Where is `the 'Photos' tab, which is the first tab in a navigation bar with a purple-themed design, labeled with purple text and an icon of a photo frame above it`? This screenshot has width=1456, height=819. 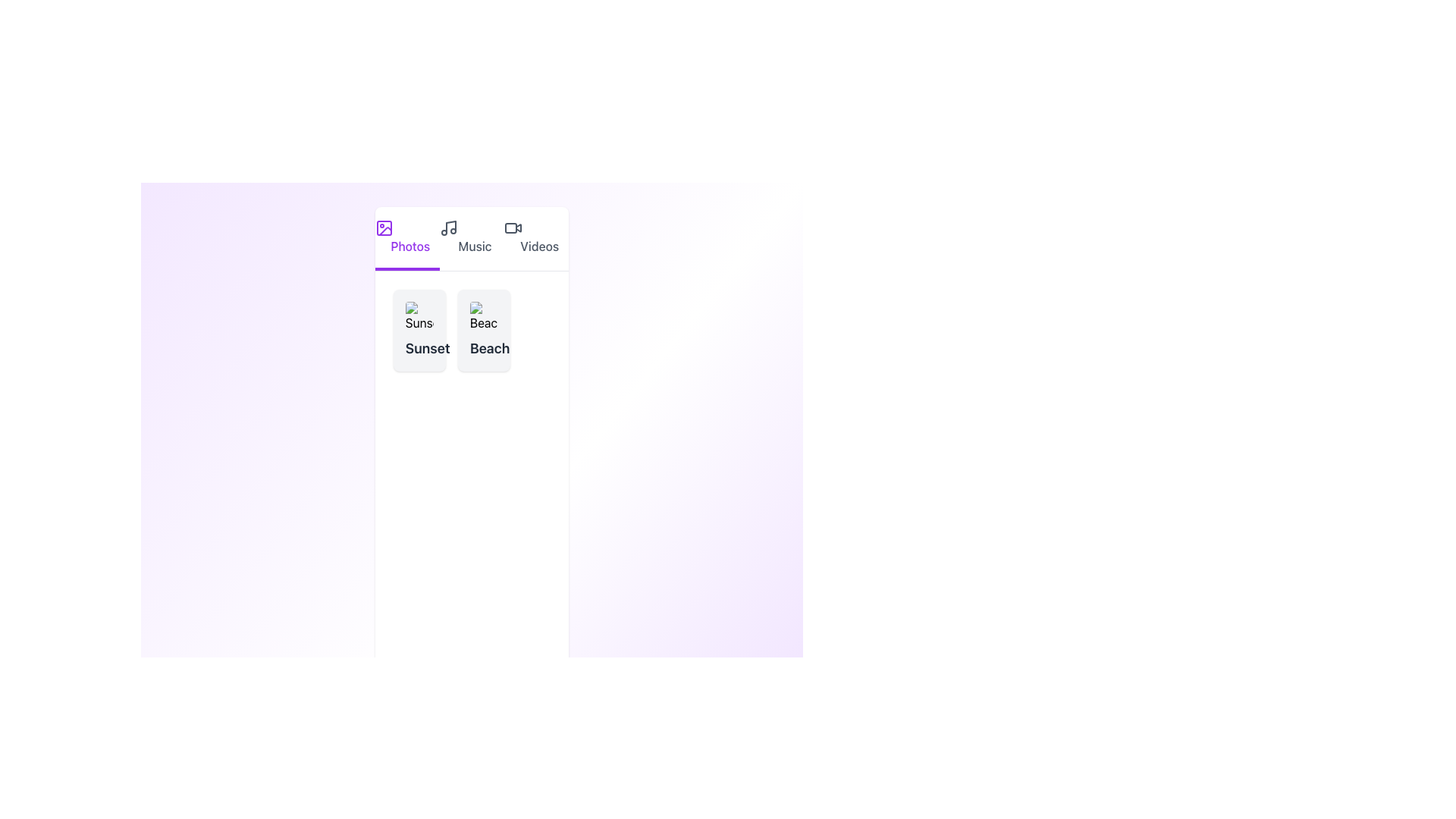 the 'Photos' tab, which is the first tab in a navigation bar with a purple-themed design, labeled with purple text and an icon of a photo frame above it is located at coordinates (407, 239).